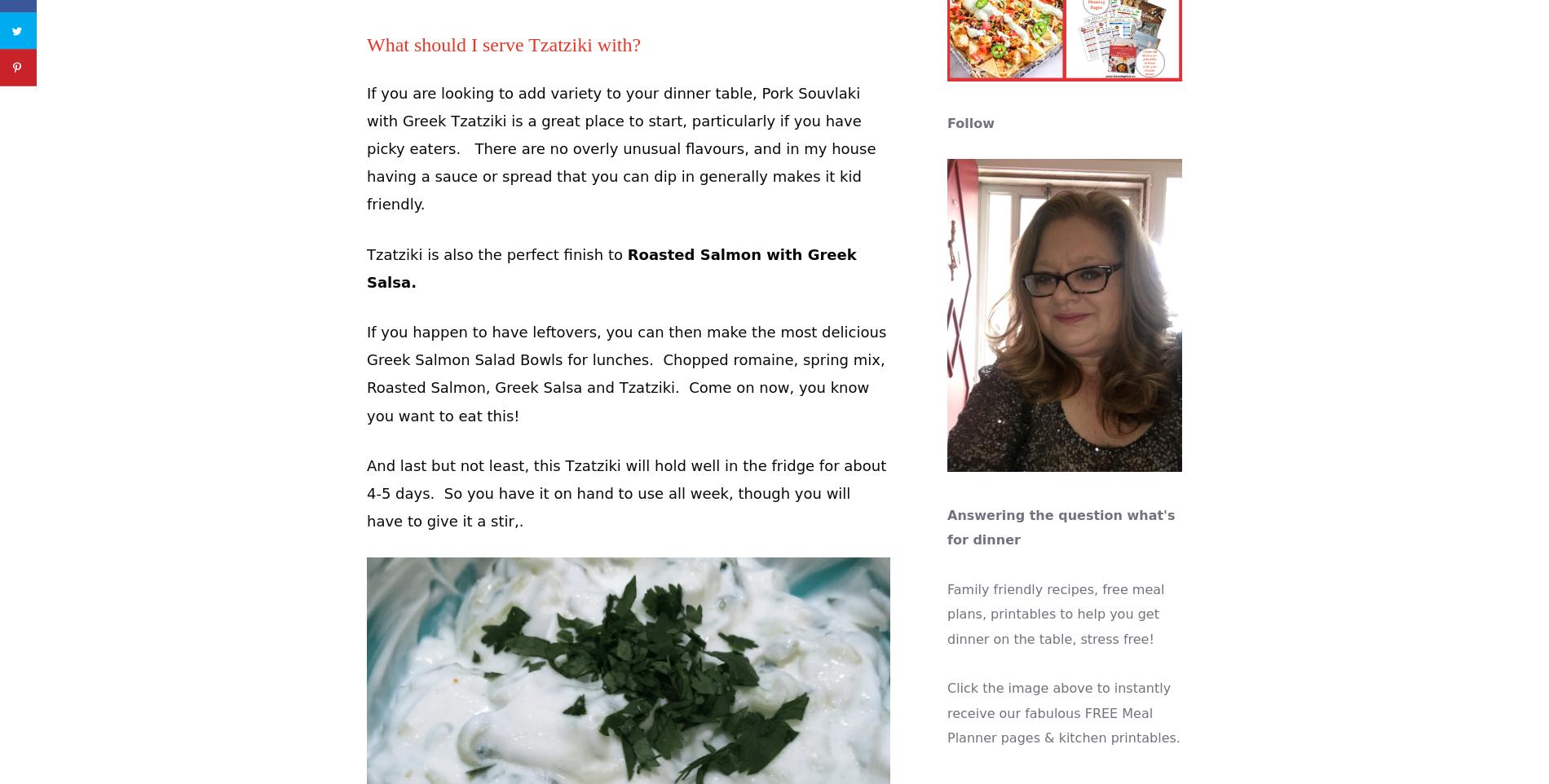  I want to click on 'What should I serve Tzatziki with?', so click(504, 45).